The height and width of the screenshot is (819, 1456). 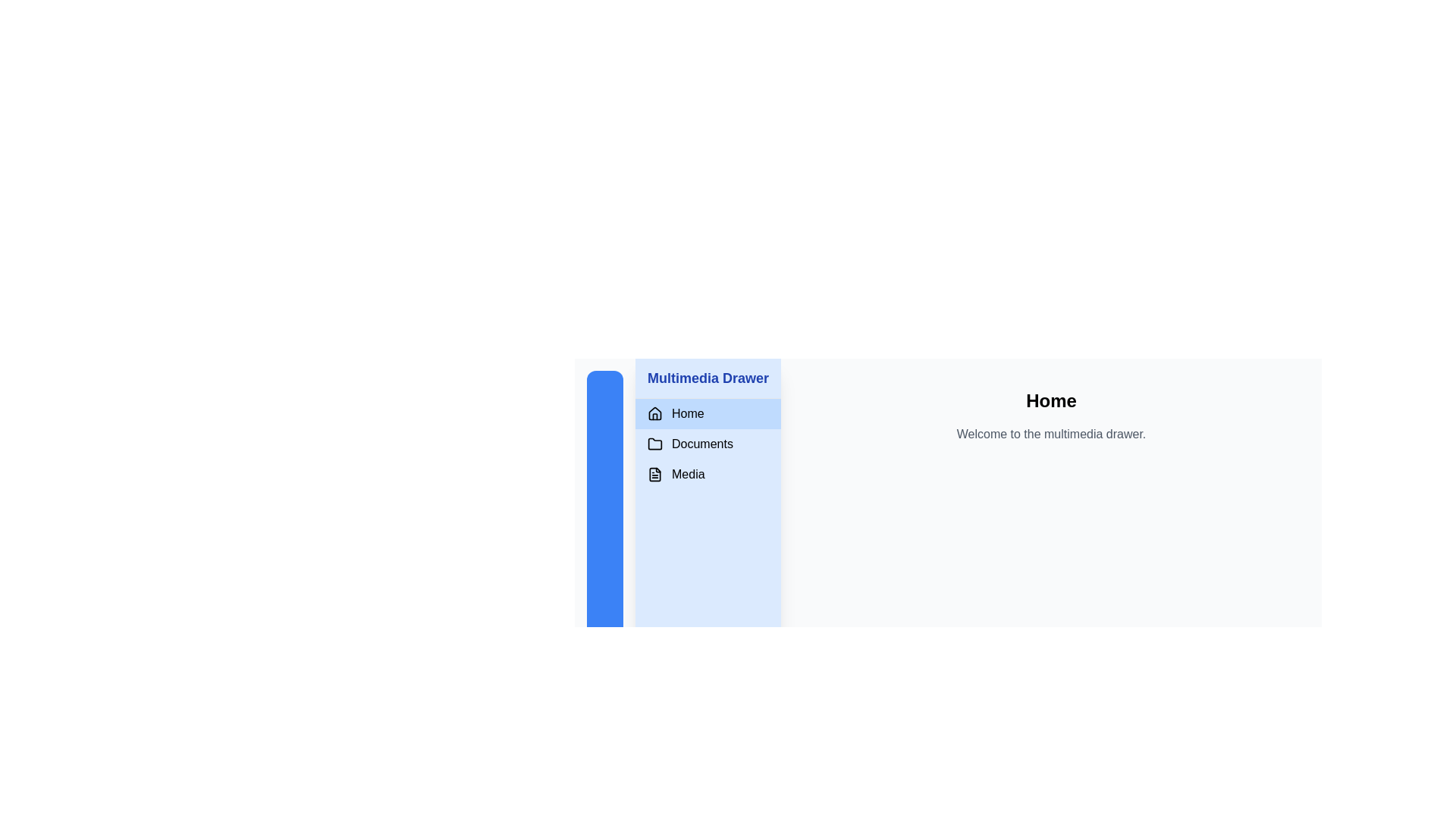 I want to click on the 'Media' button in the left sidebar menu, which is the third item in the vertical navigation list, so click(x=708, y=473).